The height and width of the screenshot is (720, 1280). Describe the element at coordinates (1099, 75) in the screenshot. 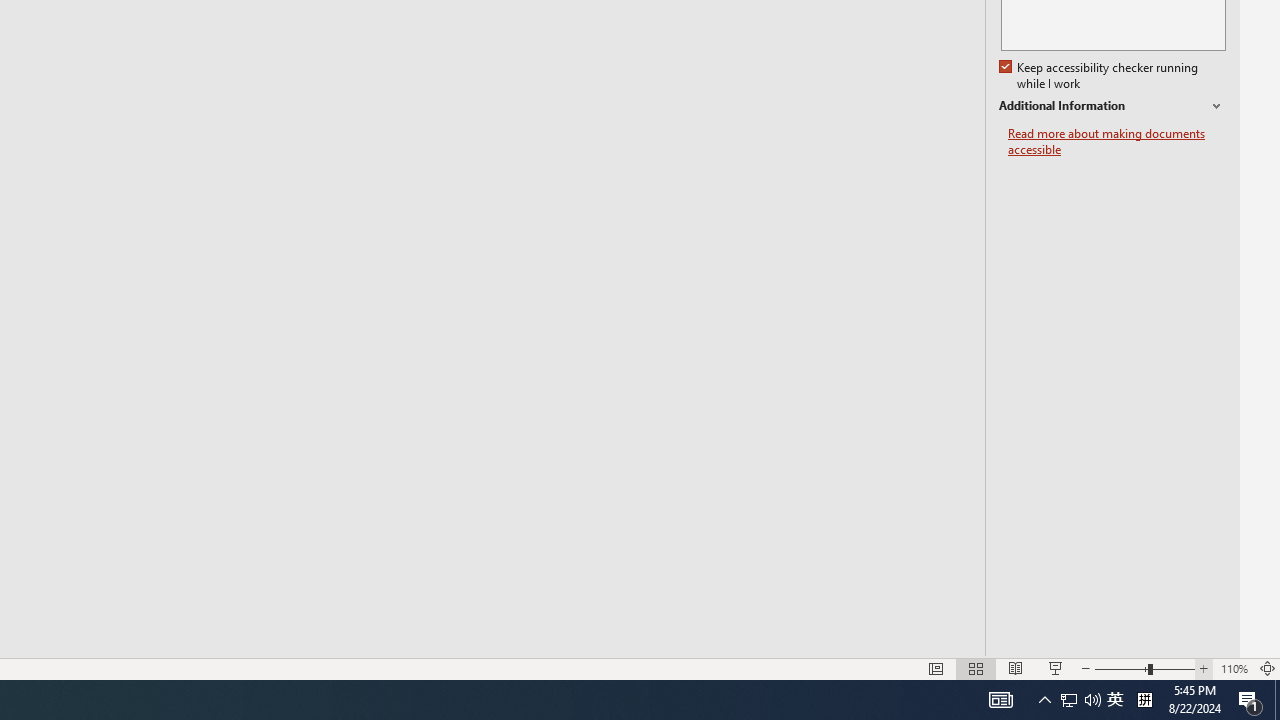

I see `'Keep accessibility checker running while I work'` at that location.